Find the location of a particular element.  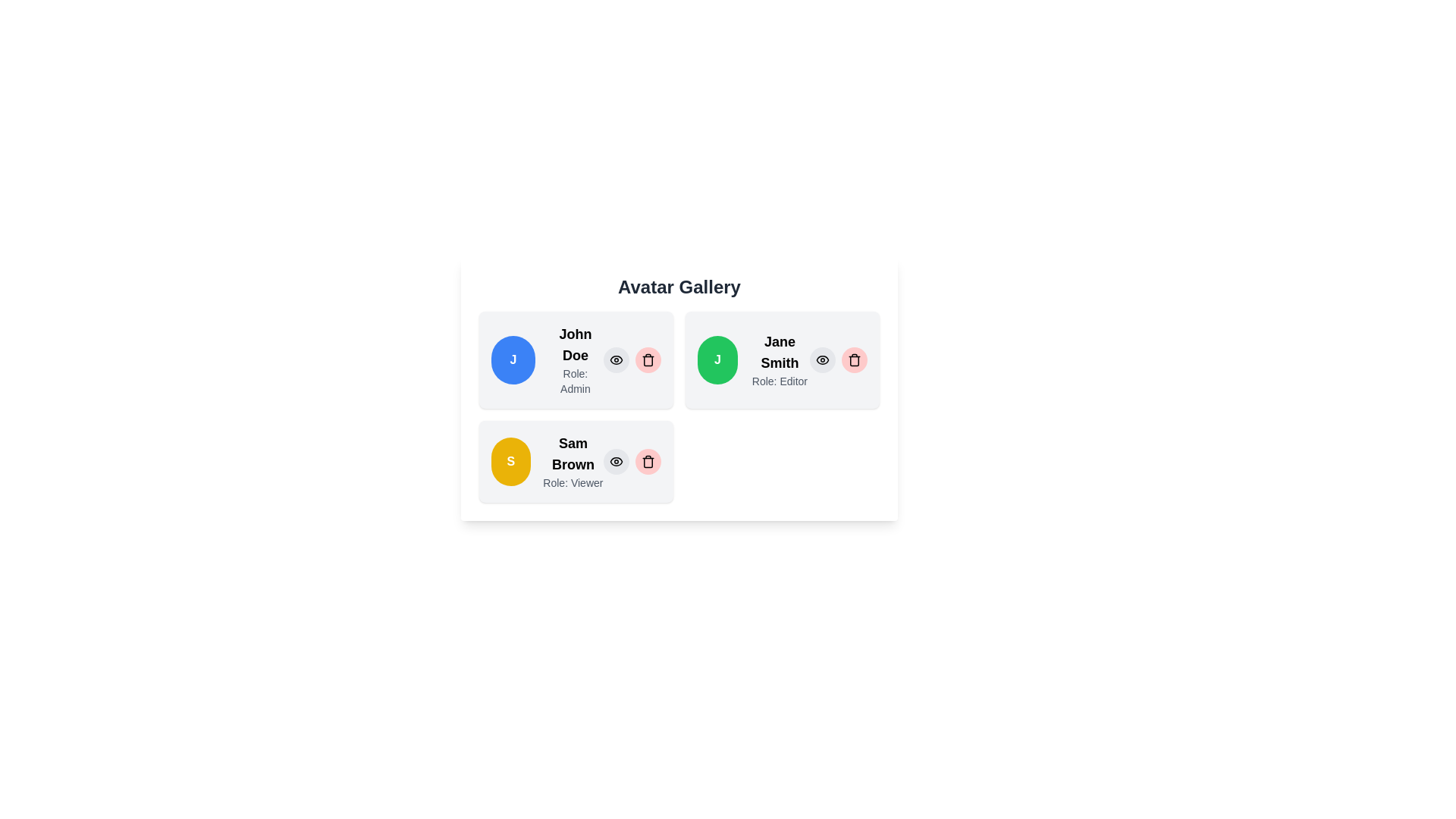

user information text block displaying 'Jane Smith' as 'Editor' located in the right group of the second row under 'Avatar Gallery' is located at coordinates (780, 359).